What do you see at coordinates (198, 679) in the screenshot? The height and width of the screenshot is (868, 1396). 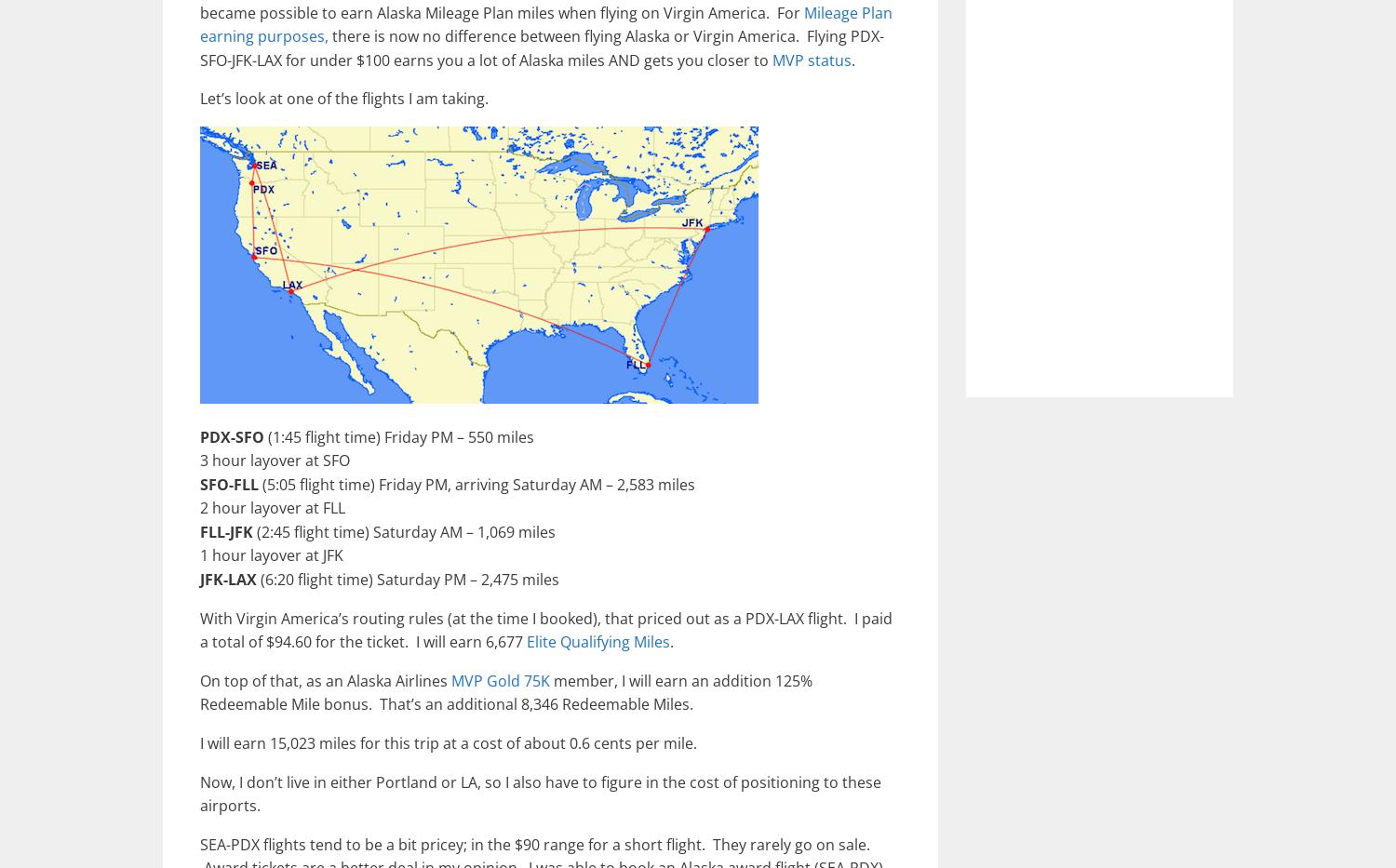 I see `'On top of that, as an Alaska Airlines'` at bounding box center [198, 679].